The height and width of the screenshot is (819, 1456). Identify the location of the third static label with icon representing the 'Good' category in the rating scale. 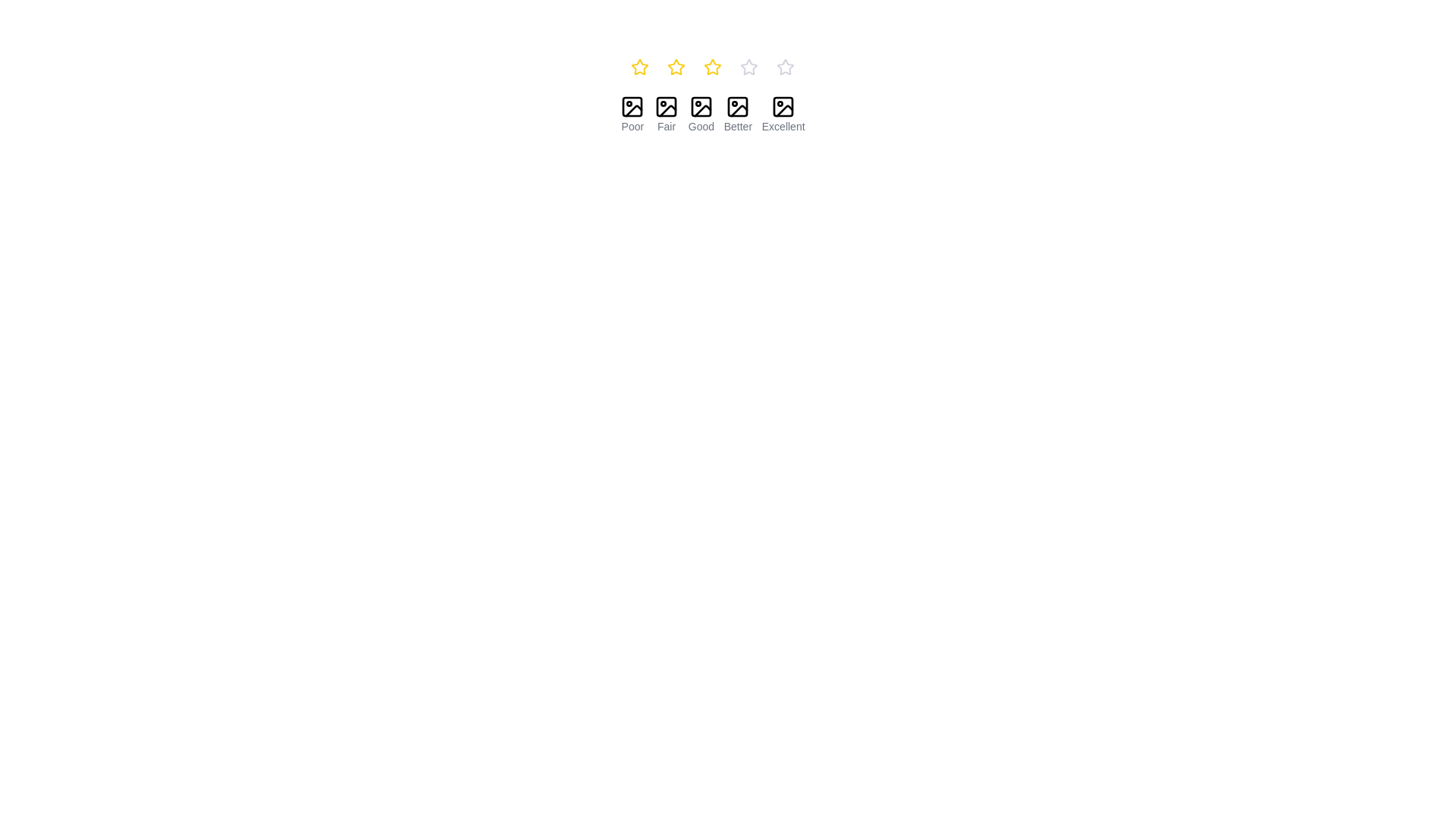
(700, 113).